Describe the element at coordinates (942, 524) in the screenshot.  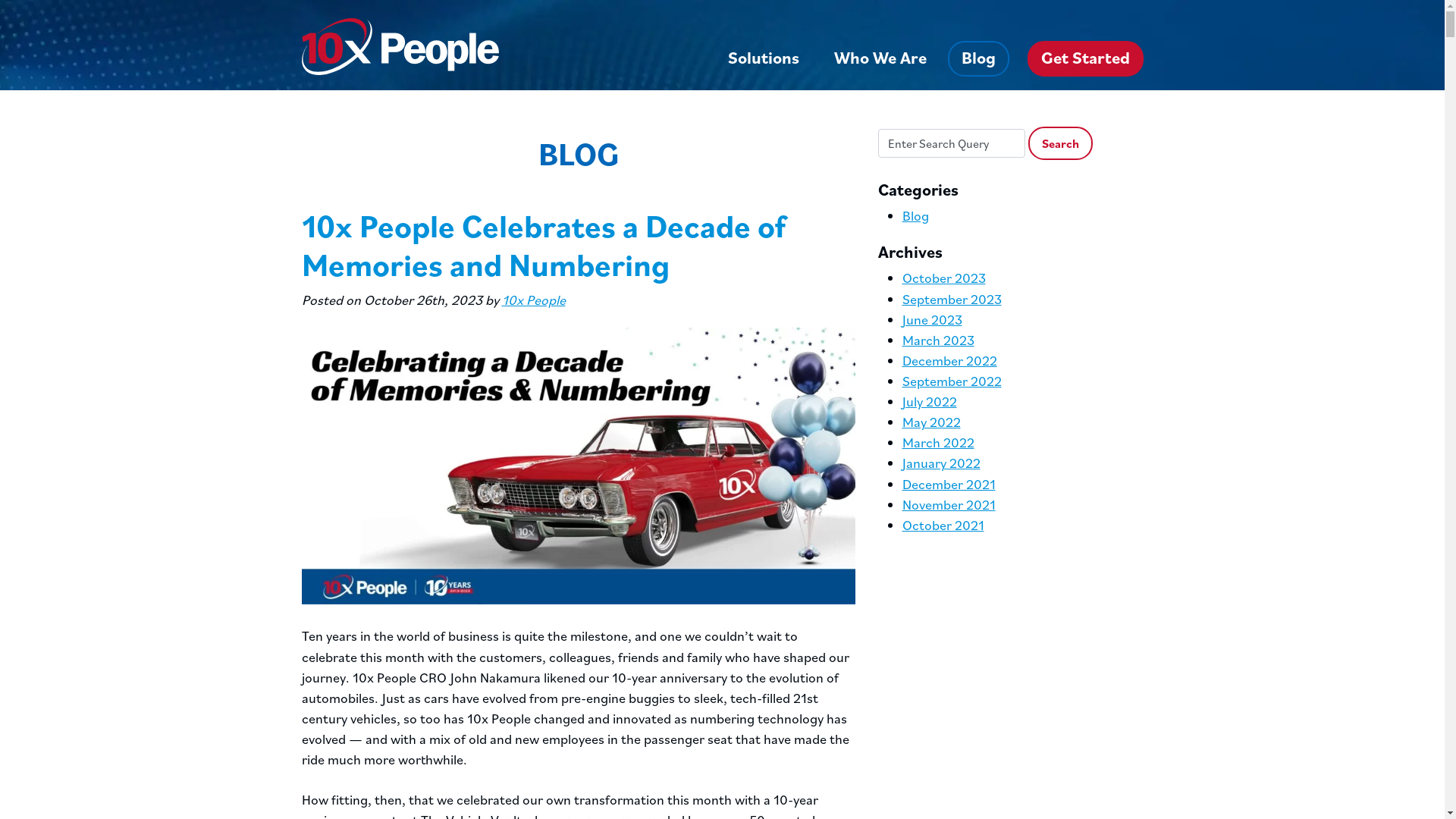
I see `'October 2021'` at that location.